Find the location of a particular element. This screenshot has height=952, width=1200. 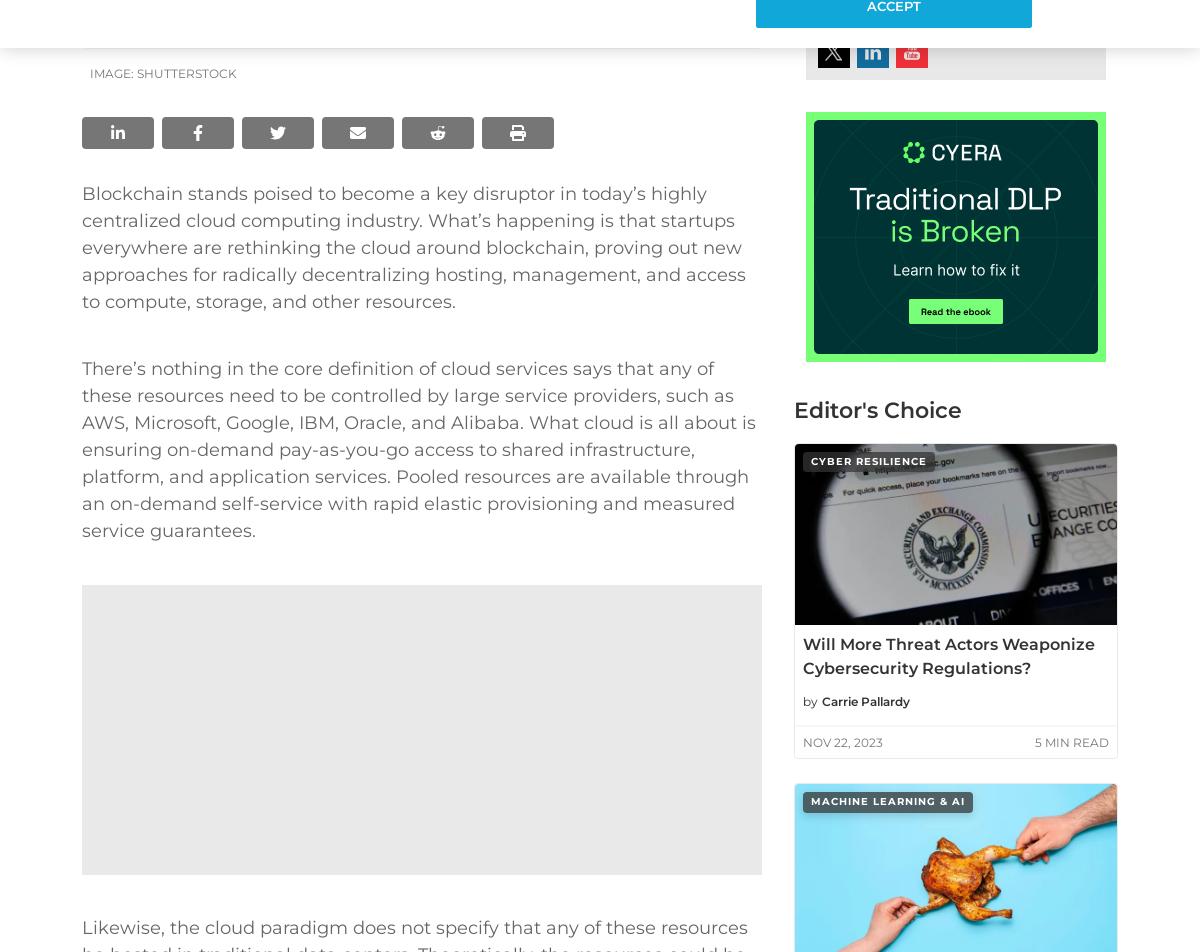

'Will More Threat Actors Weaponize Cybersecurity Regulations?' is located at coordinates (948, 656).